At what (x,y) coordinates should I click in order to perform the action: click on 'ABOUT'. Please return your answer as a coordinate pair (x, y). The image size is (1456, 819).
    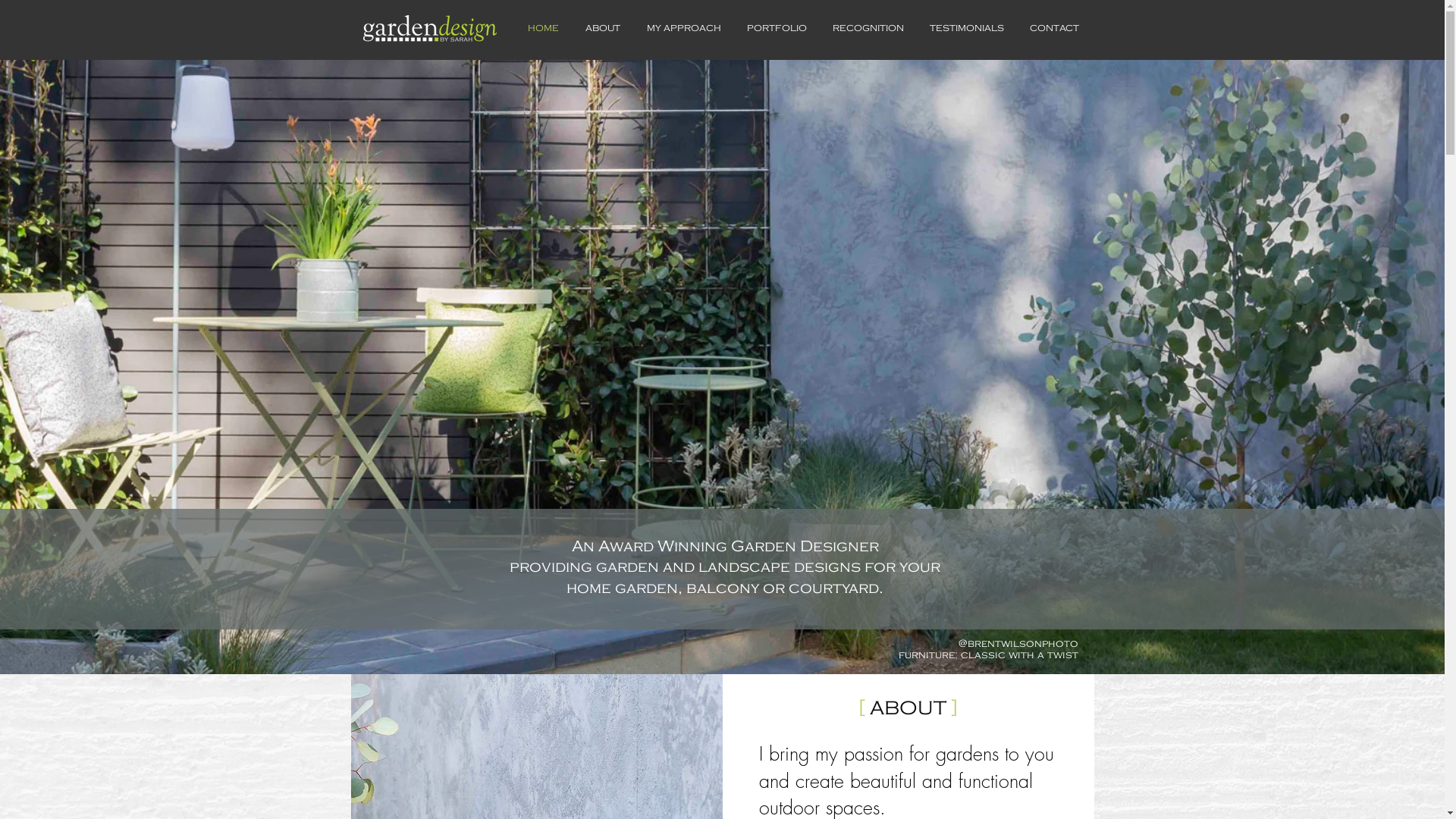
    Looking at the image, I should click on (601, 28).